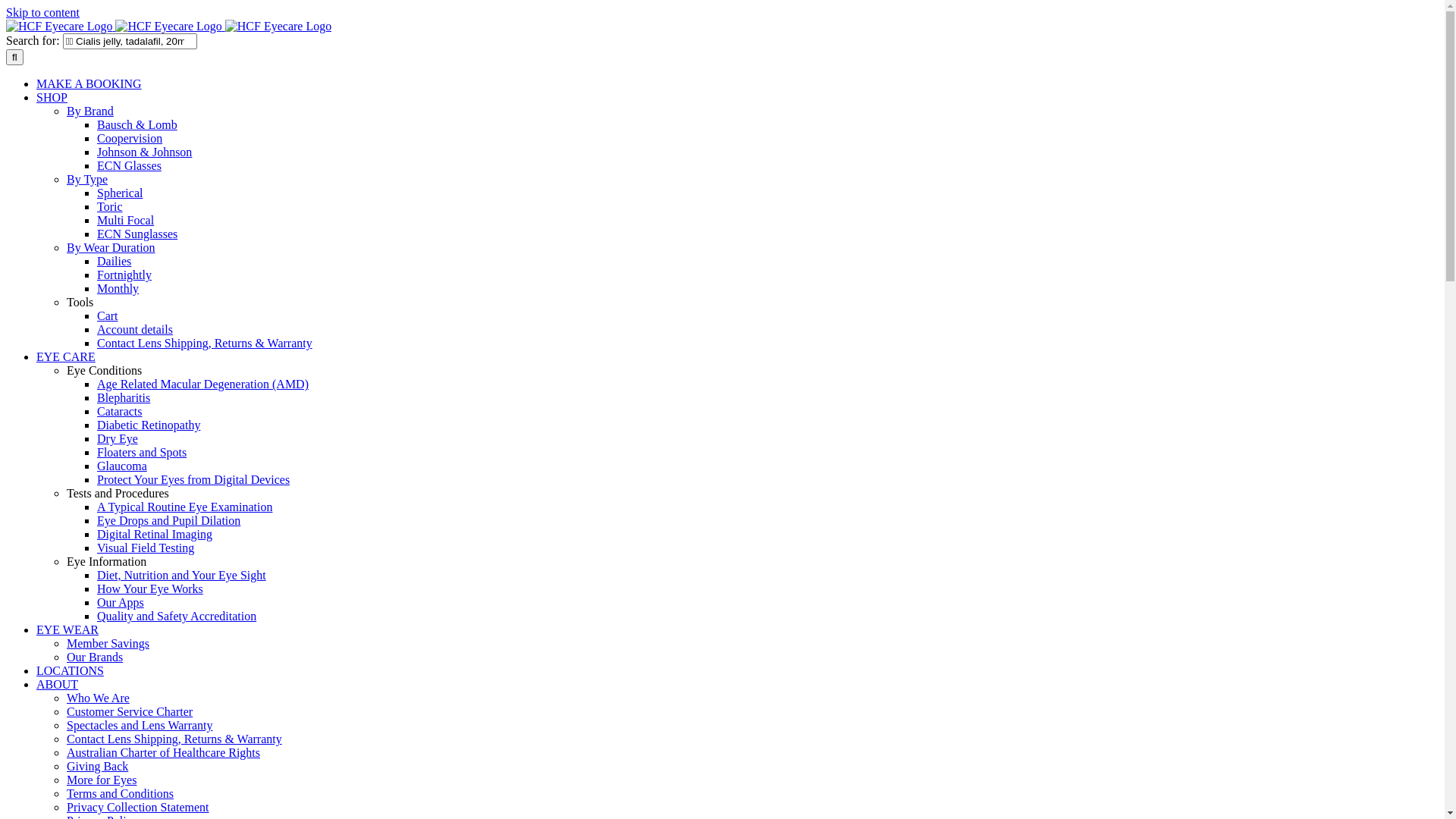 This screenshot has width=1456, height=819. I want to click on 'EYE WEAR', so click(36, 629).